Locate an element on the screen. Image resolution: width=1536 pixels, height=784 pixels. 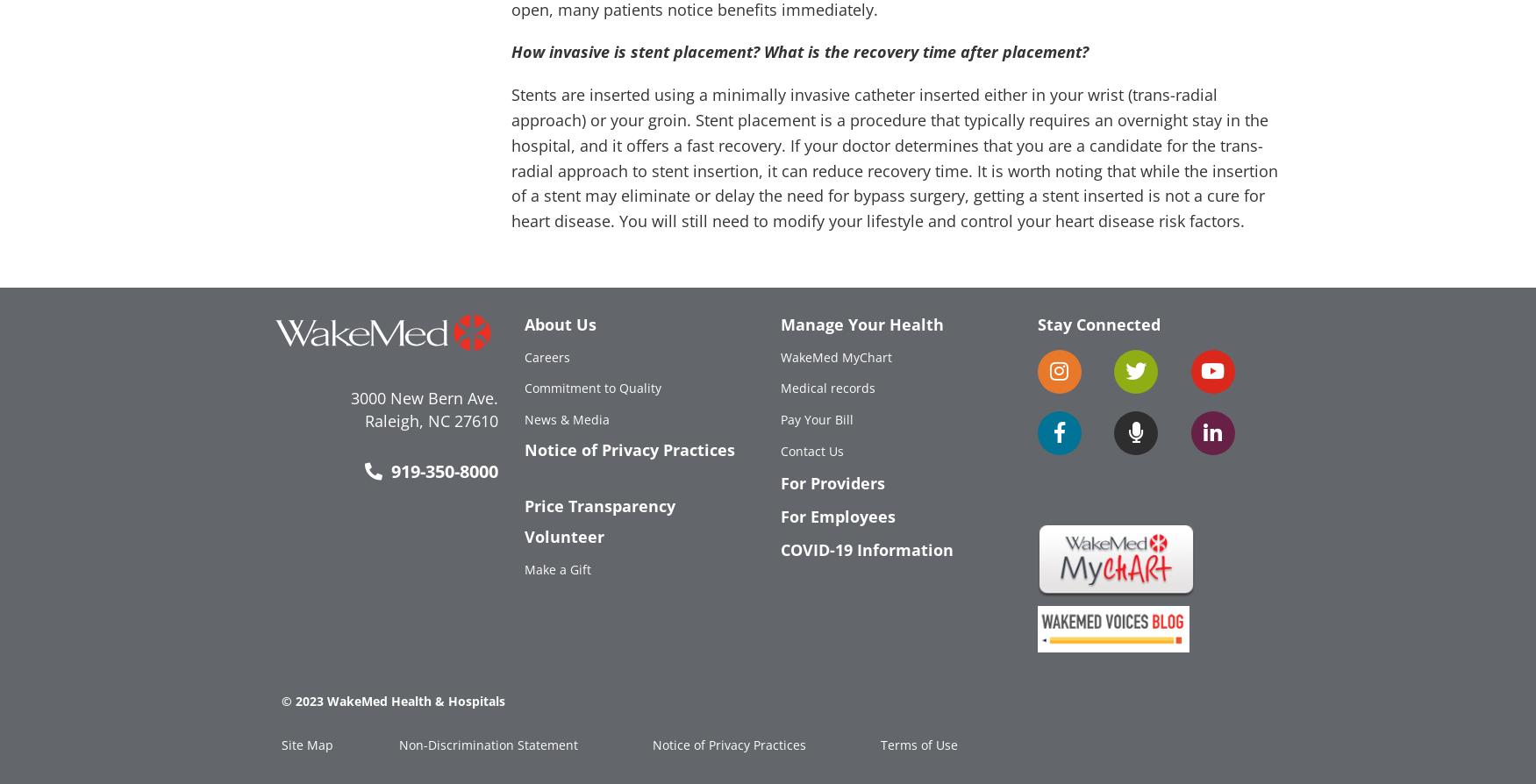
'COVID-19 Information' is located at coordinates (867, 549).